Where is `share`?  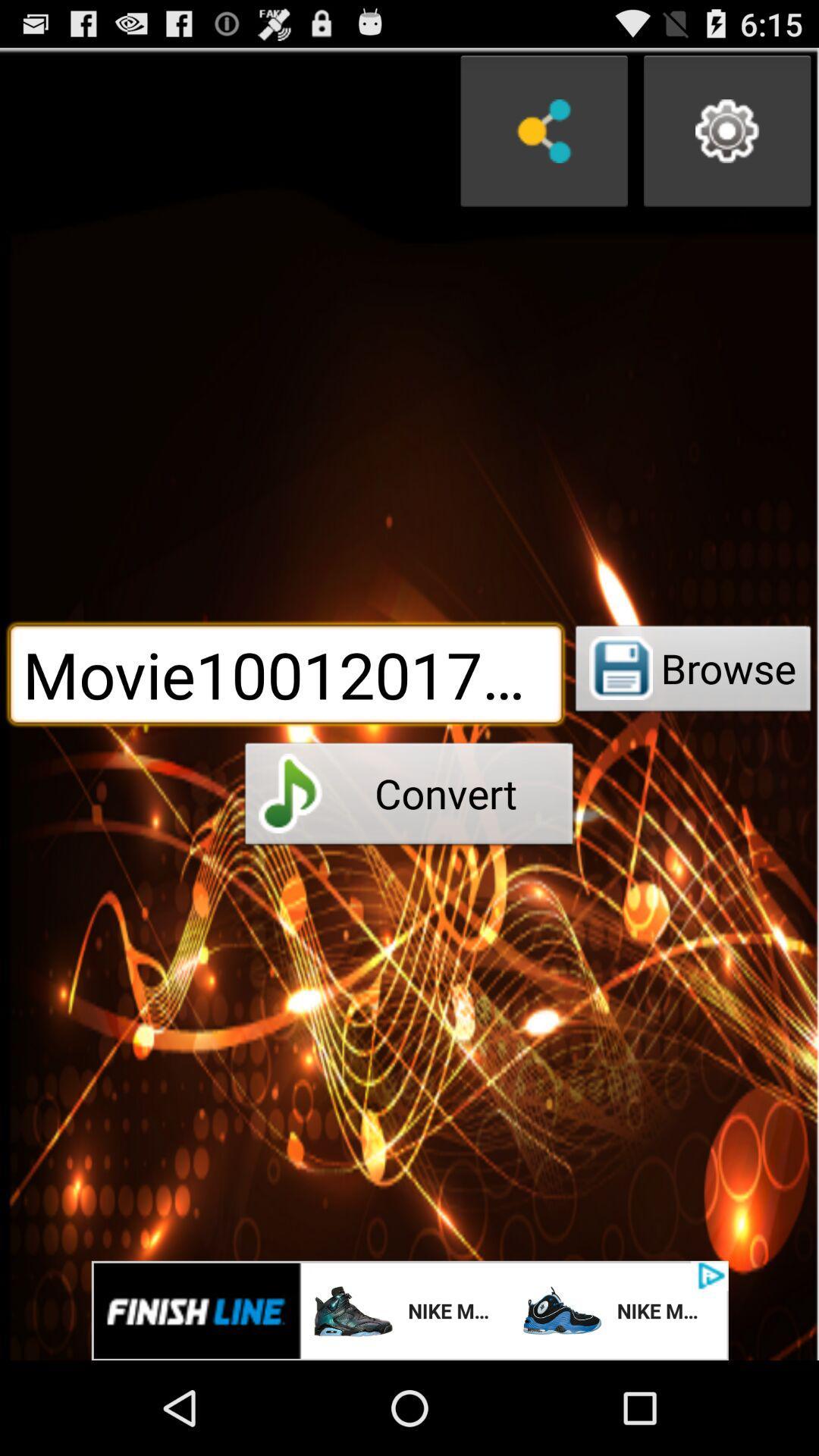 share is located at coordinates (543, 131).